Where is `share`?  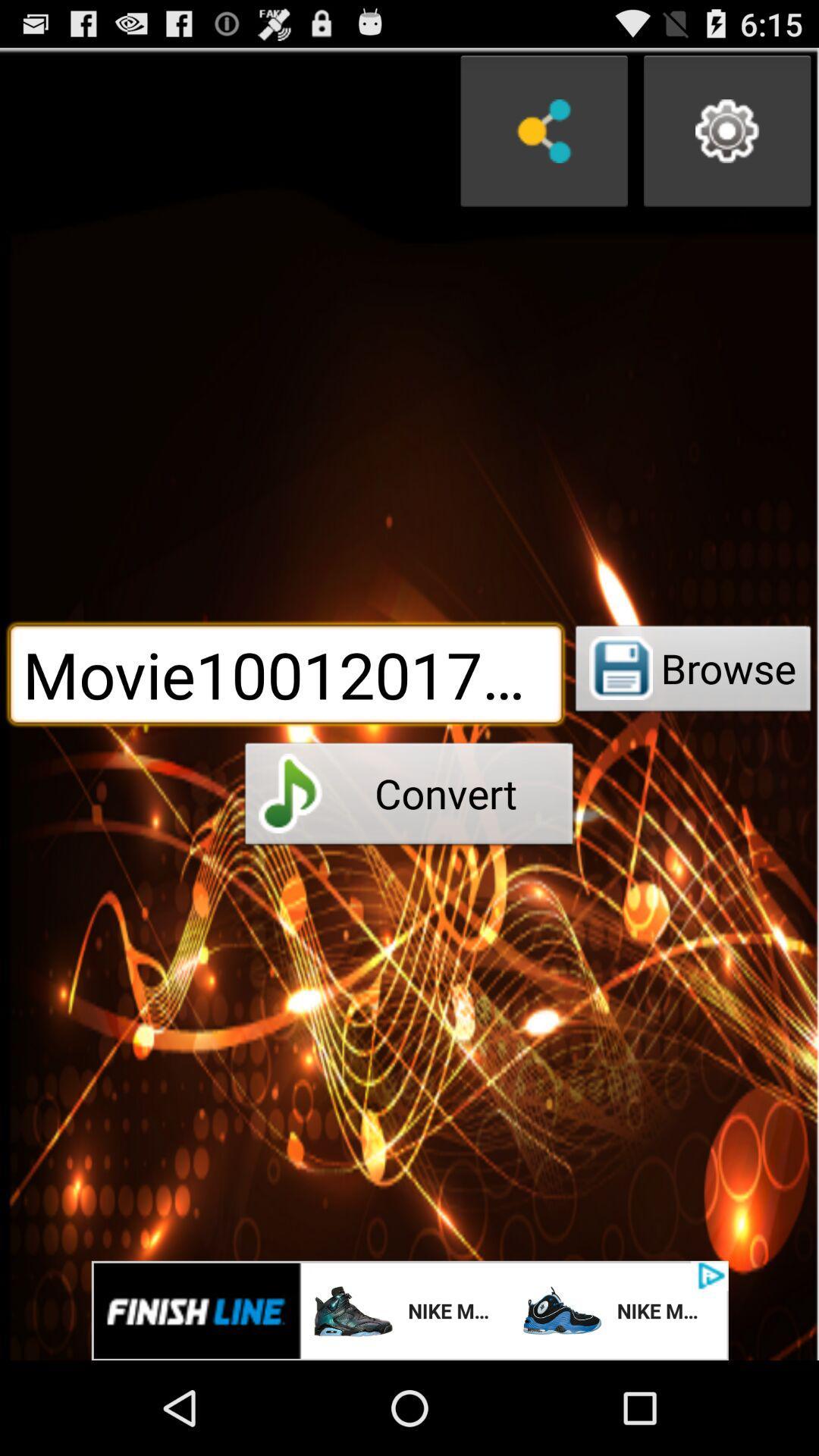 share is located at coordinates (543, 131).